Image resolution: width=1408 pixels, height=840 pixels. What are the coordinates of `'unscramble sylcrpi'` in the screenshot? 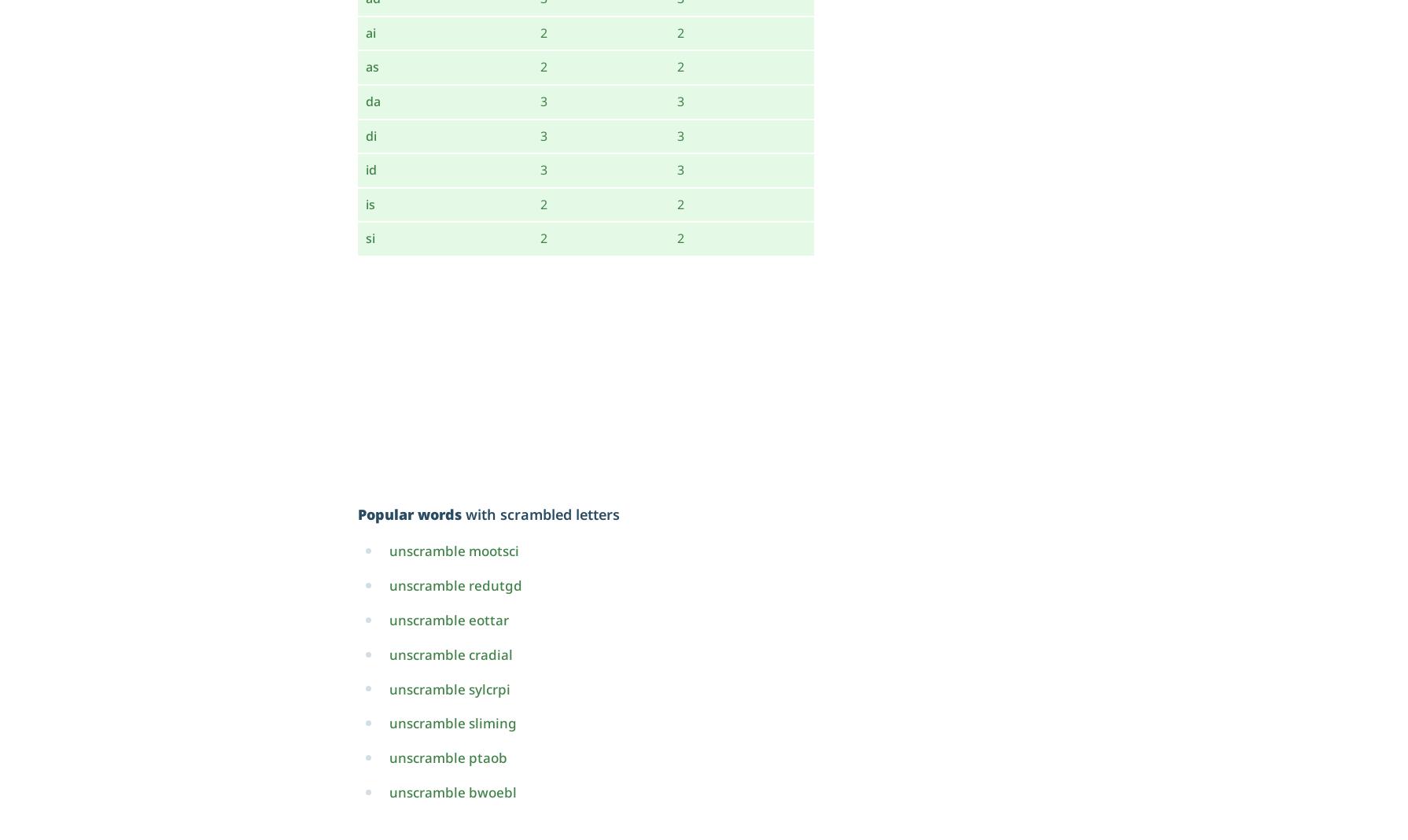 It's located at (449, 687).